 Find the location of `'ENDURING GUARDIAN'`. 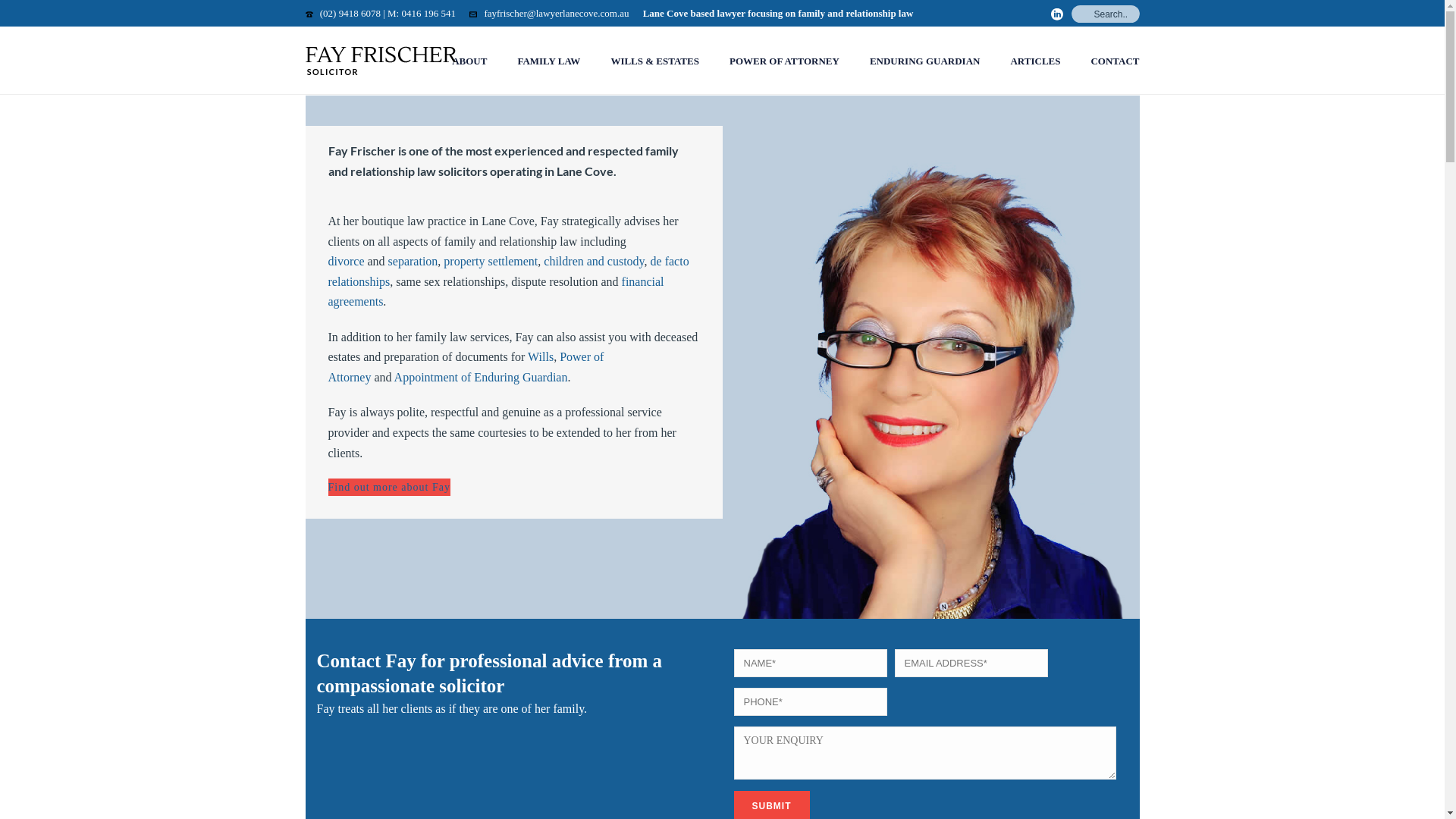

'ENDURING GUARDIAN' is located at coordinates (924, 61).